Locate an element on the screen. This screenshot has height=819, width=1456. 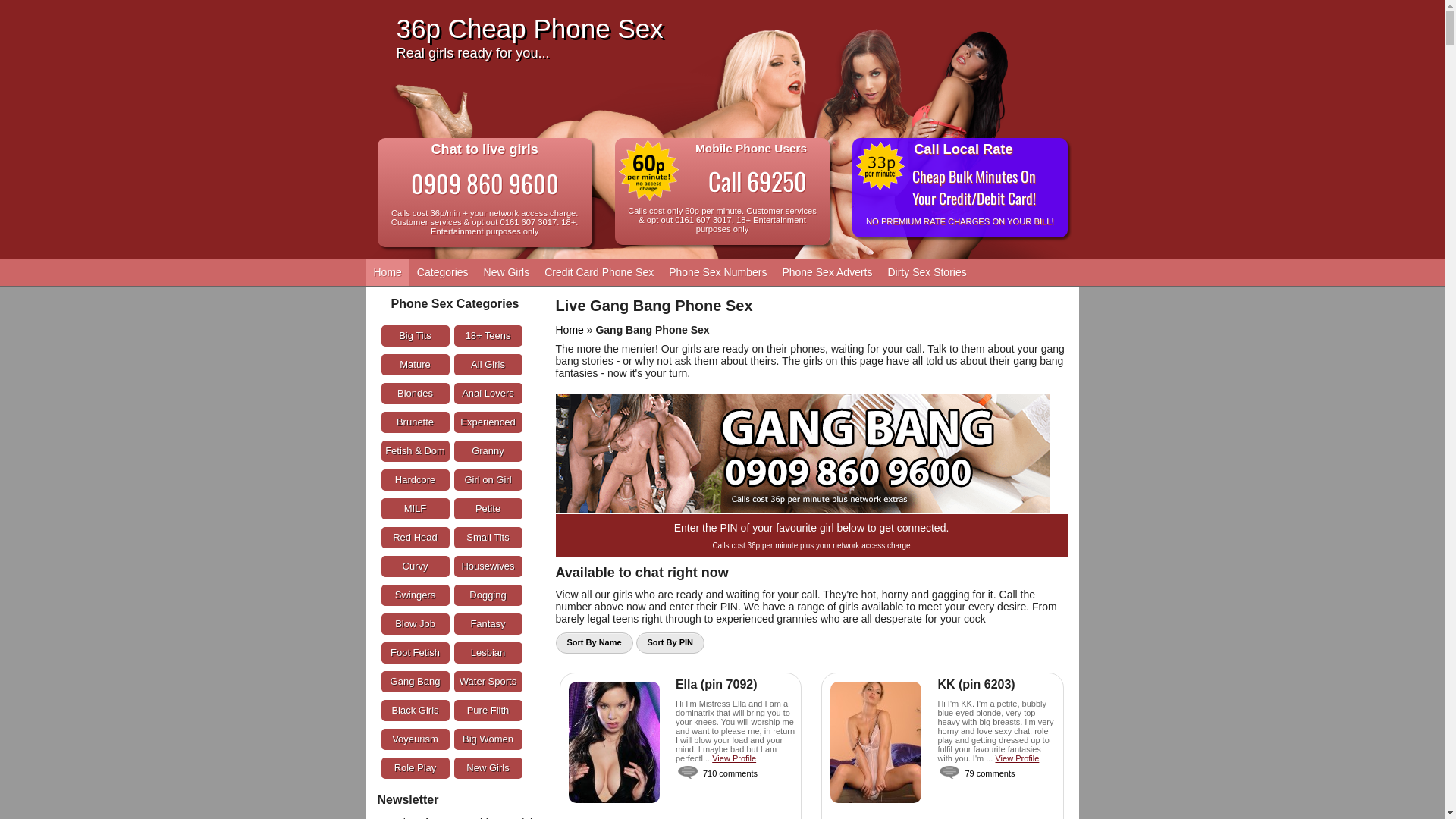
'Sort By PIN' is located at coordinates (670, 643).